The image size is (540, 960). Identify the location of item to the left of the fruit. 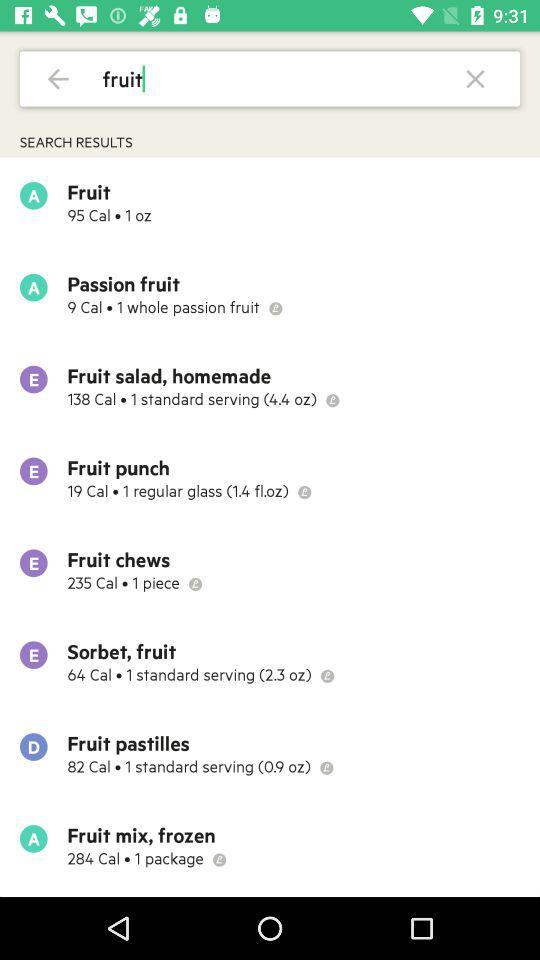
(58, 78).